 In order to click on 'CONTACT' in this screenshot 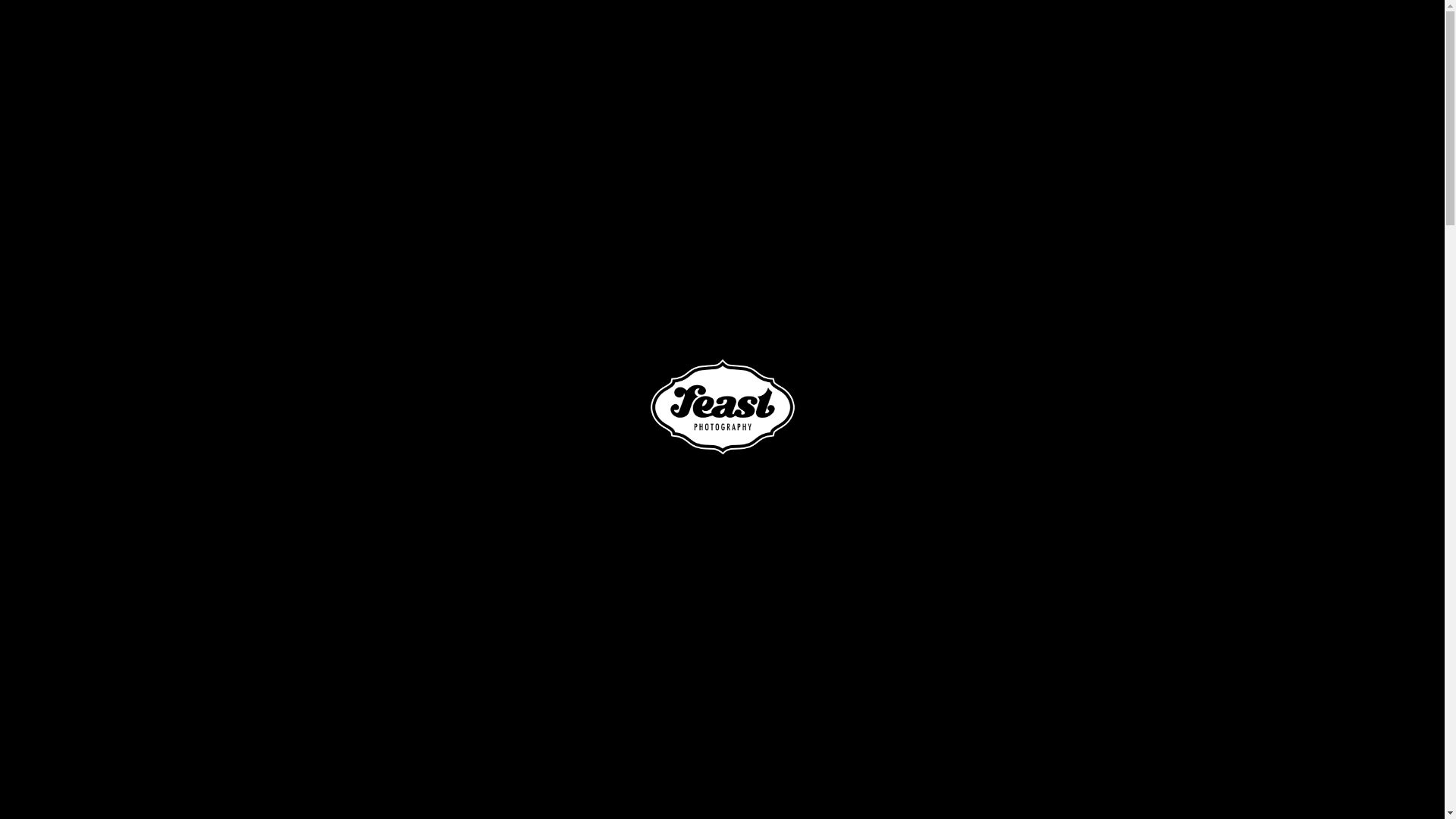, I will do `click(1343, 37)`.